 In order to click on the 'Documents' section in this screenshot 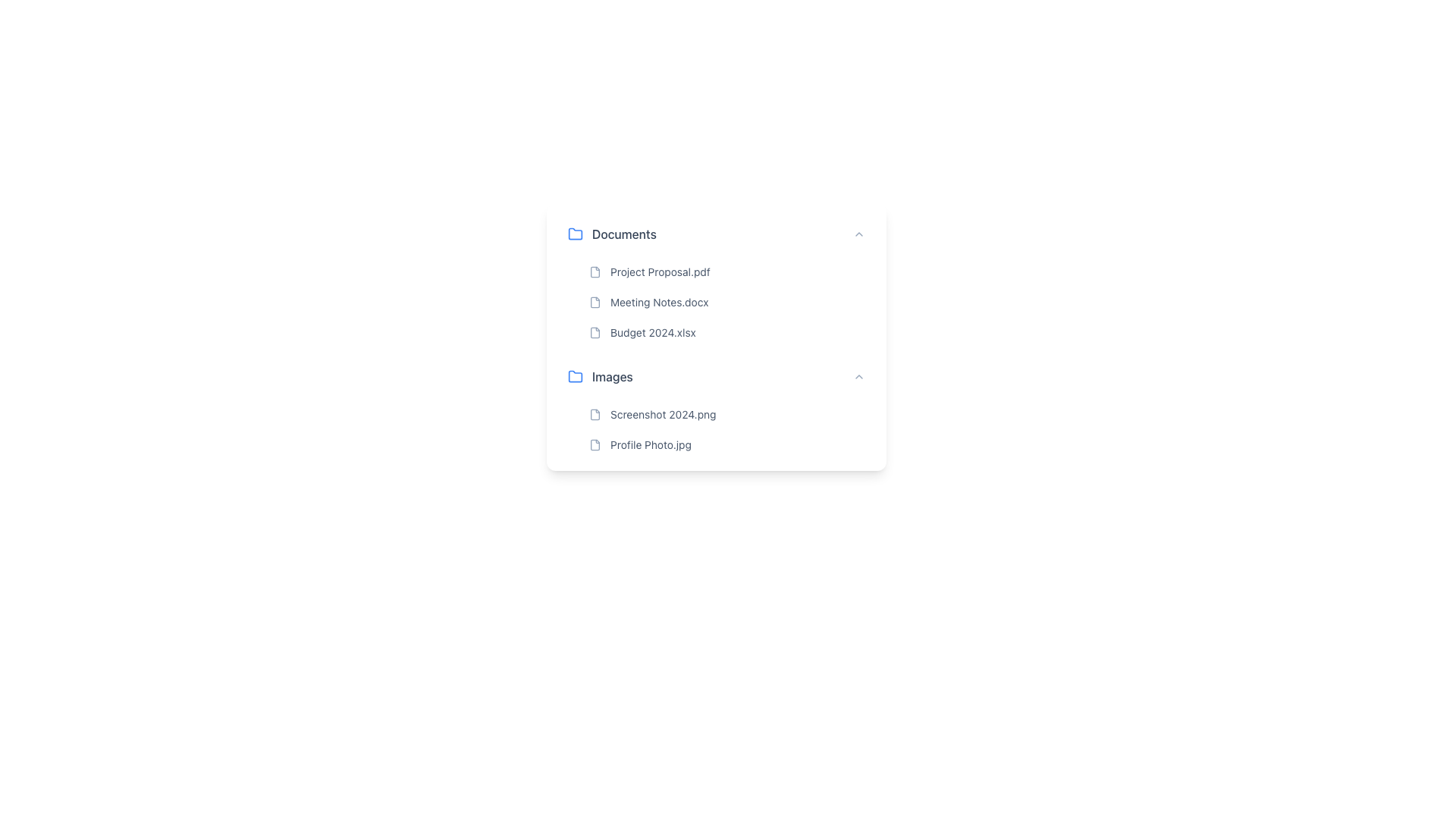, I will do `click(716, 281)`.